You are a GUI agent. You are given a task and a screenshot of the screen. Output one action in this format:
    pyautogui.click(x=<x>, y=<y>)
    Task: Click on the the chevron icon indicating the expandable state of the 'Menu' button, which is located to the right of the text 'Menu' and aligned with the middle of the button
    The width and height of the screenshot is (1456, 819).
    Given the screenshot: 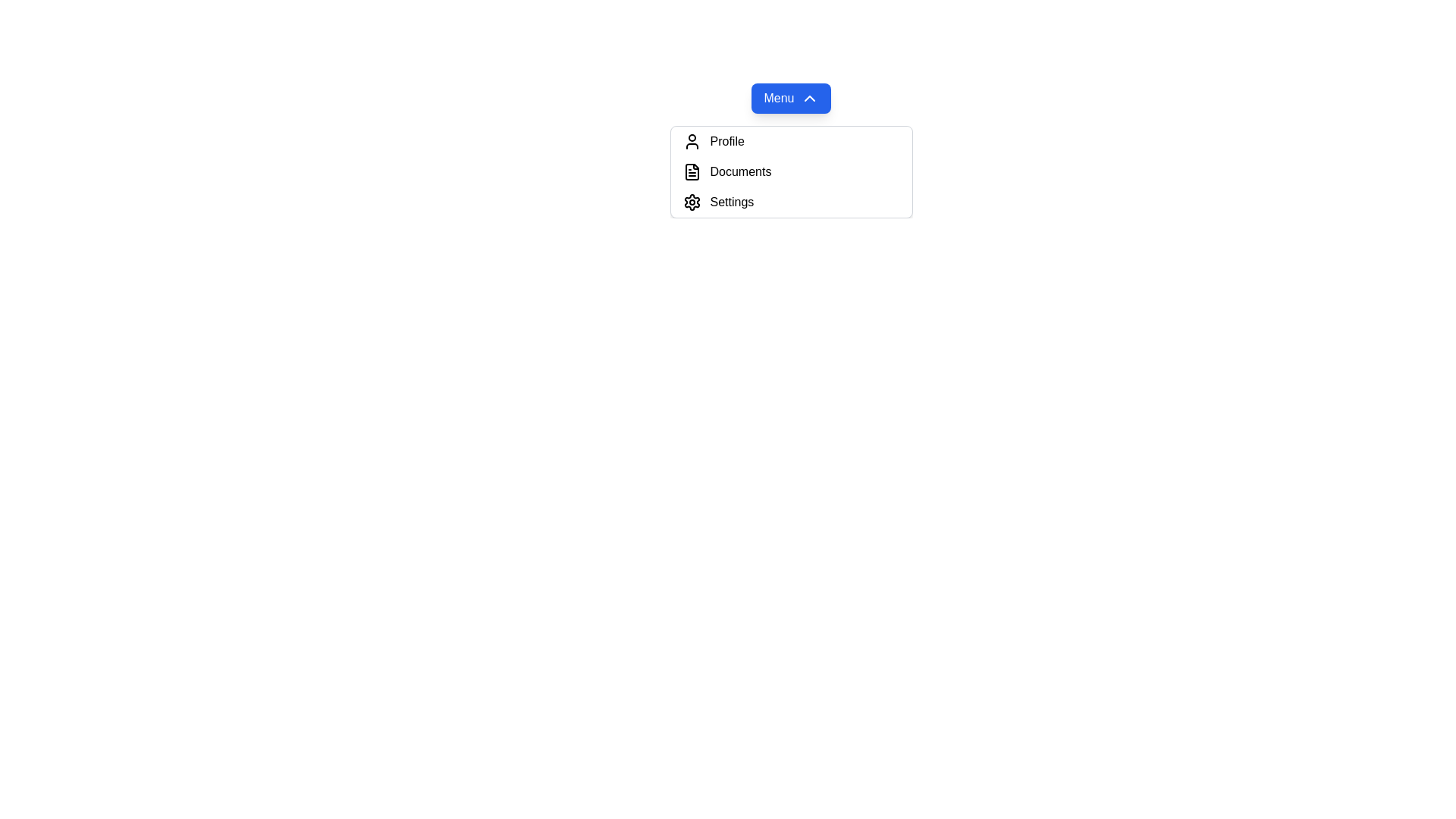 What is the action you would take?
    pyautogui.click(x=808, y=99)
    